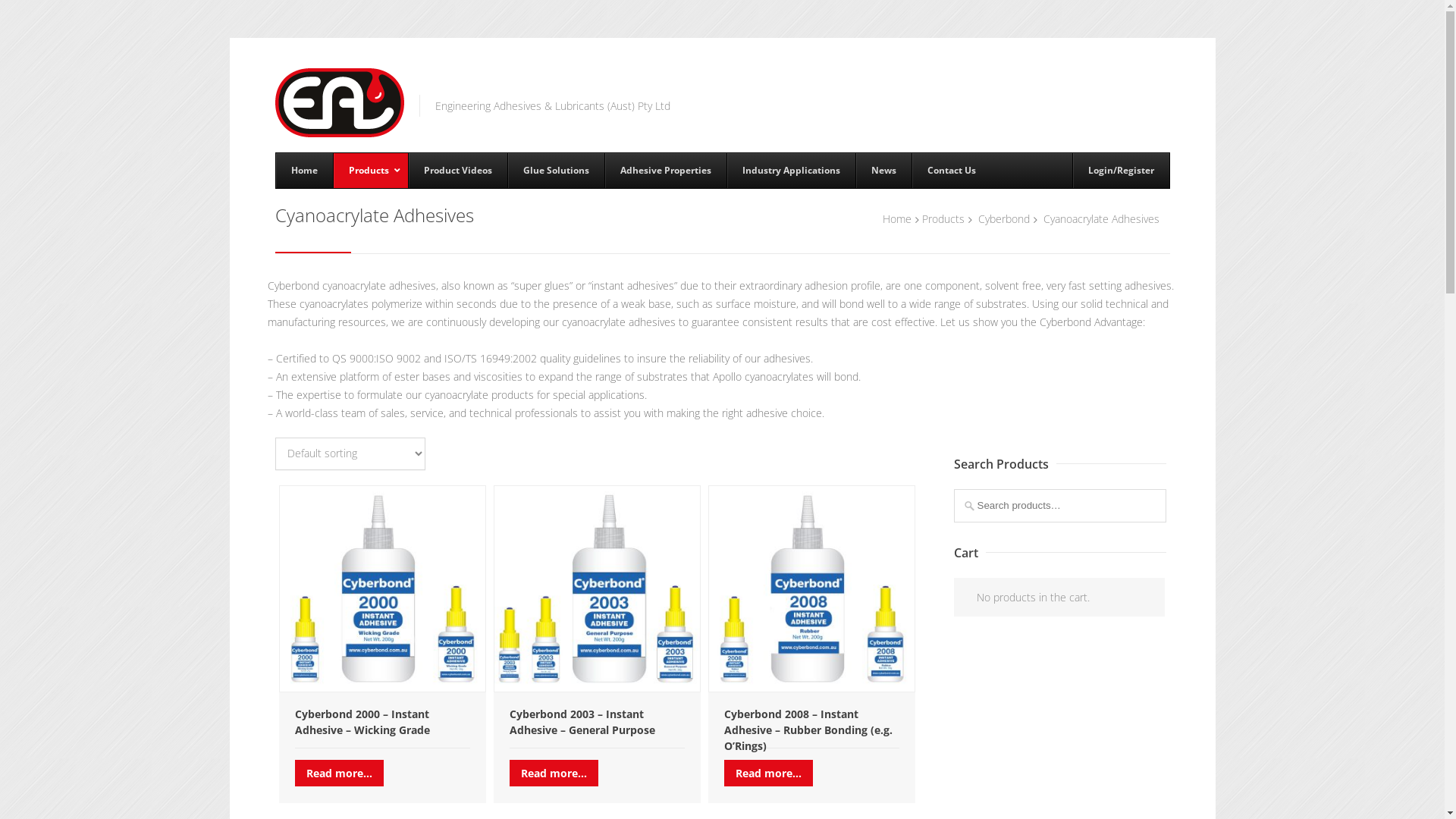 The height and width of the screenshot is (819, 1456). What do you see at coordinates (407, 170) in the screenshot?
I see `'Product Videos'` at bounding box center [407, 170].